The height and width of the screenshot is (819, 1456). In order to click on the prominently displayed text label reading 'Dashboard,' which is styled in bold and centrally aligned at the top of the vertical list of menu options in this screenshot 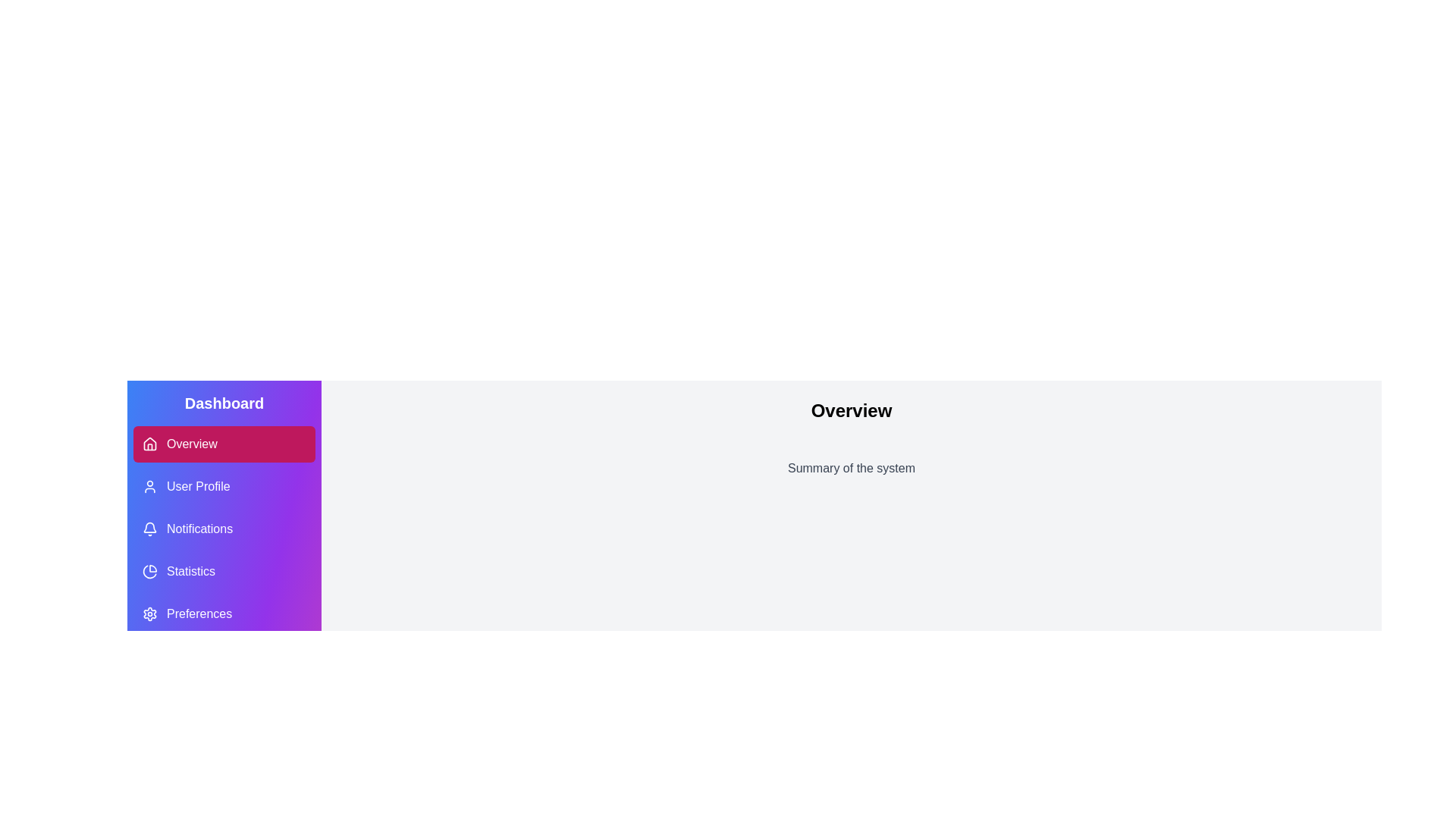, I will do `click(224, 403)`.